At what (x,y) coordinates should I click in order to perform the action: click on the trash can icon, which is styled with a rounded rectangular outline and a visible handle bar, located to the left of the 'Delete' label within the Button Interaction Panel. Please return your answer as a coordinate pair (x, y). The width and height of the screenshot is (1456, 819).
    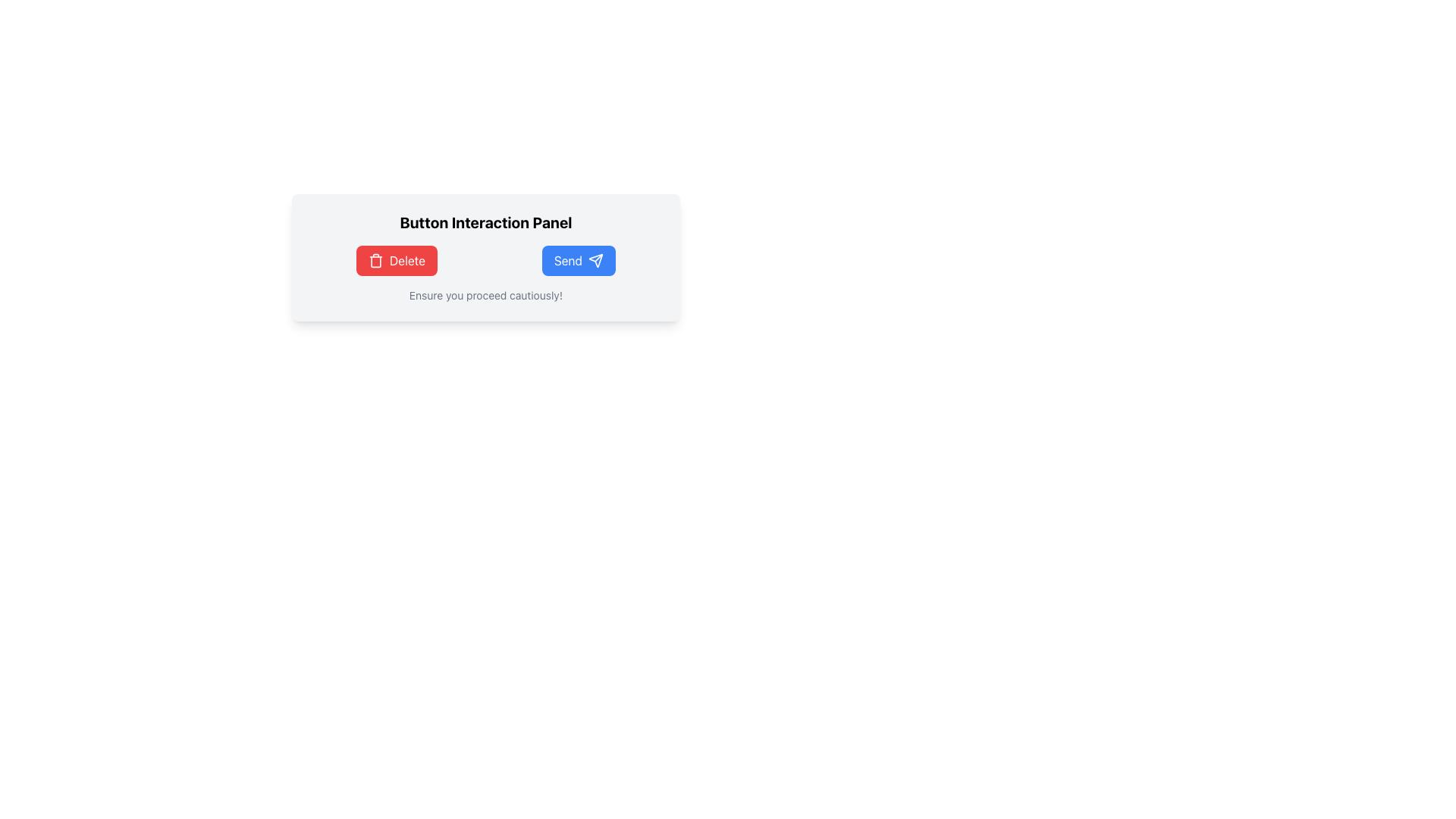
    Looking at the image, I should click on (375, 259).